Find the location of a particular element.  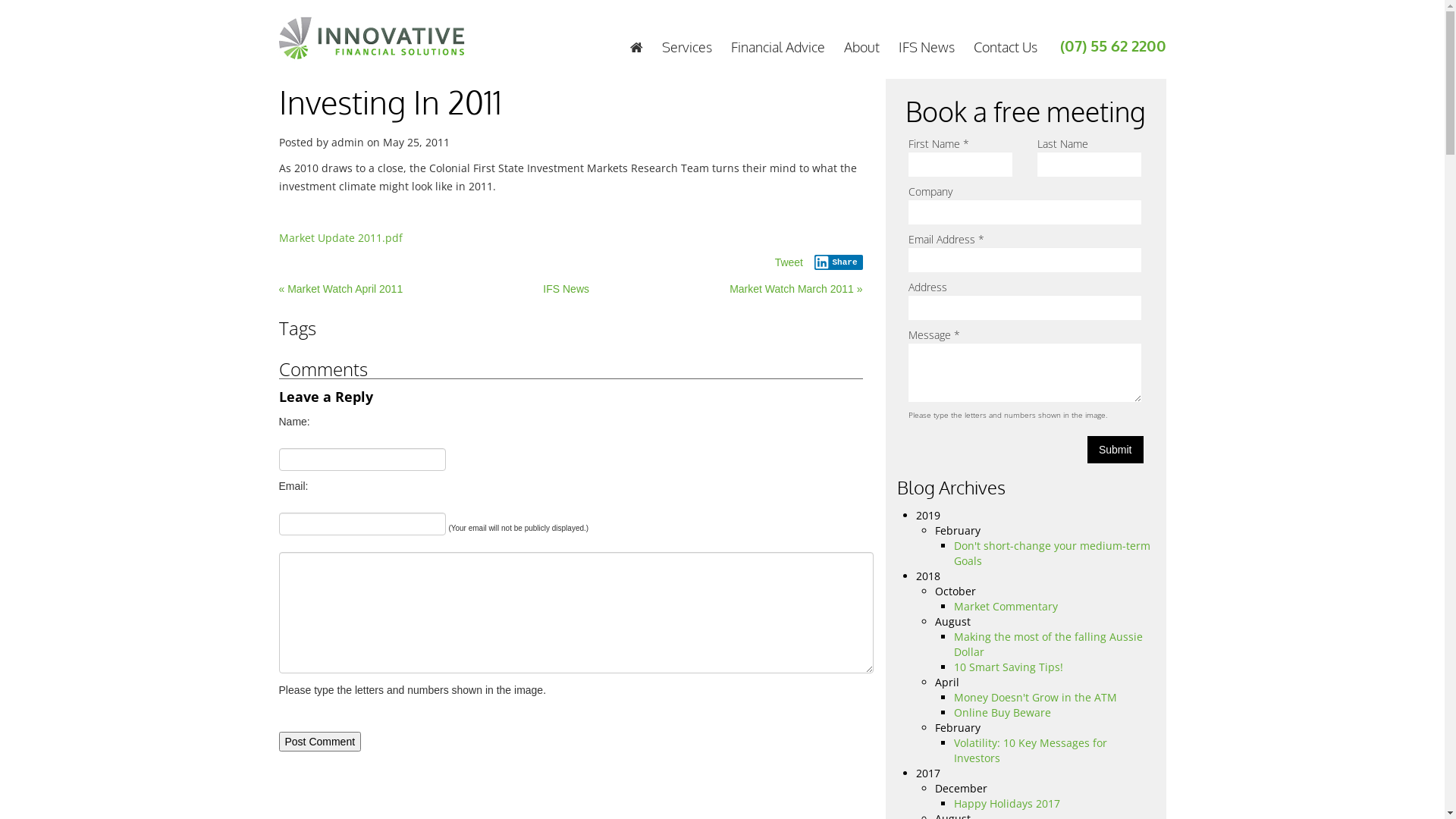

'Services' is located at coordinates (686, 45).